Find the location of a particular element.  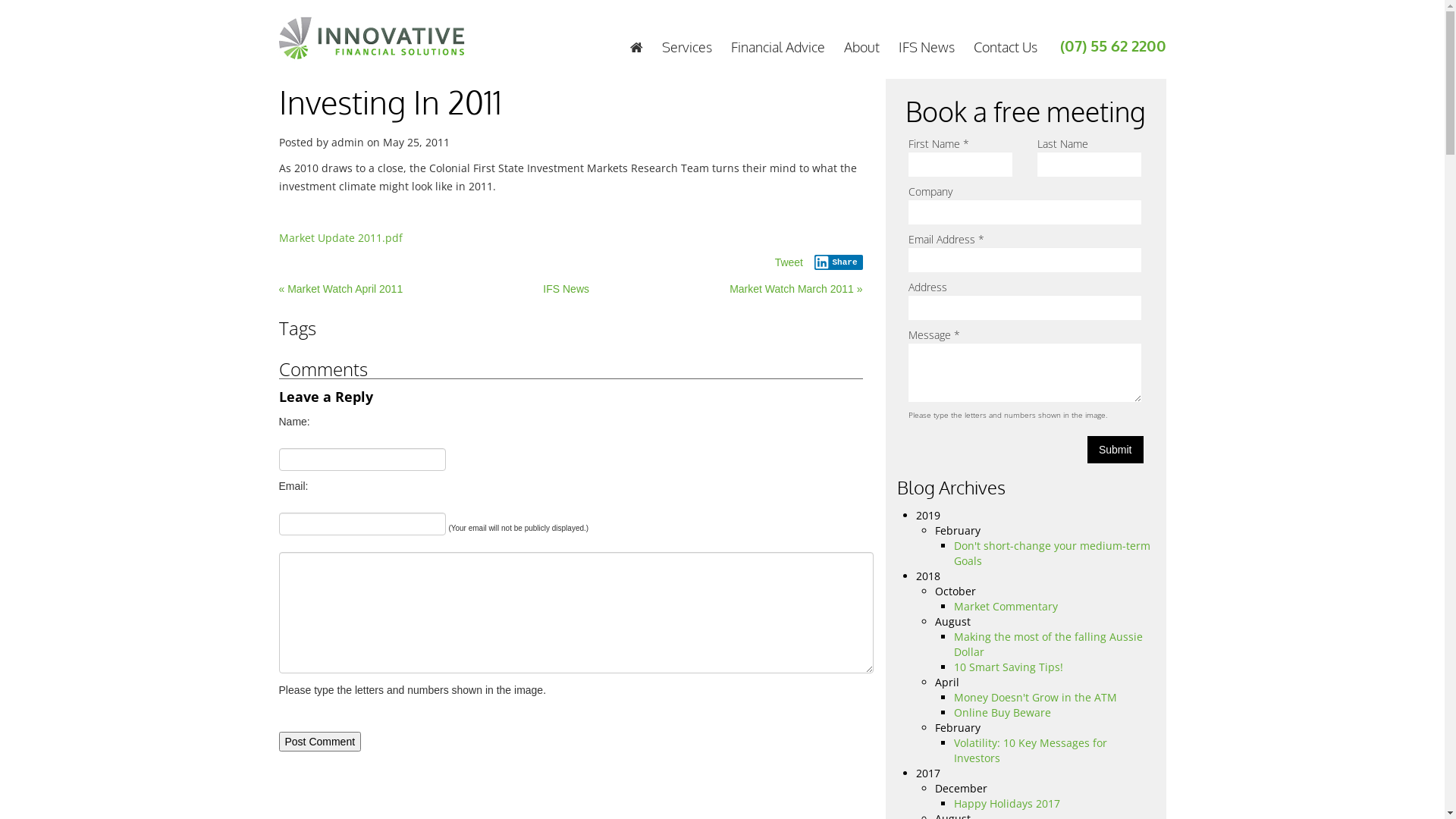

'Services' is located at coordinates (686, 45).